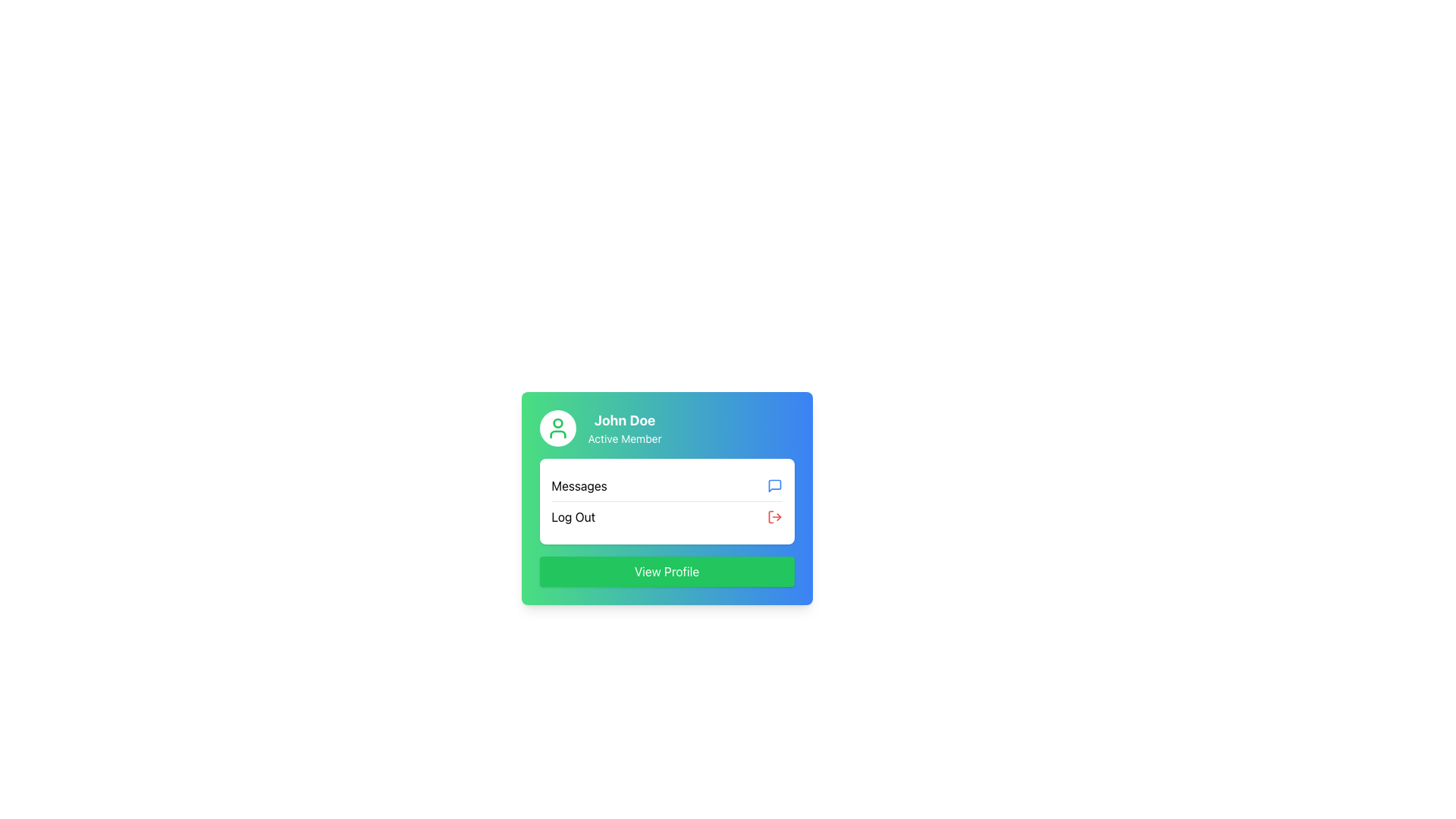  Describe the element at coordinates (557, 428) in the screenshot. I see `the user icon with a green outline that represents a user figure, located in the upper left of the profile card for user actions` at that location.